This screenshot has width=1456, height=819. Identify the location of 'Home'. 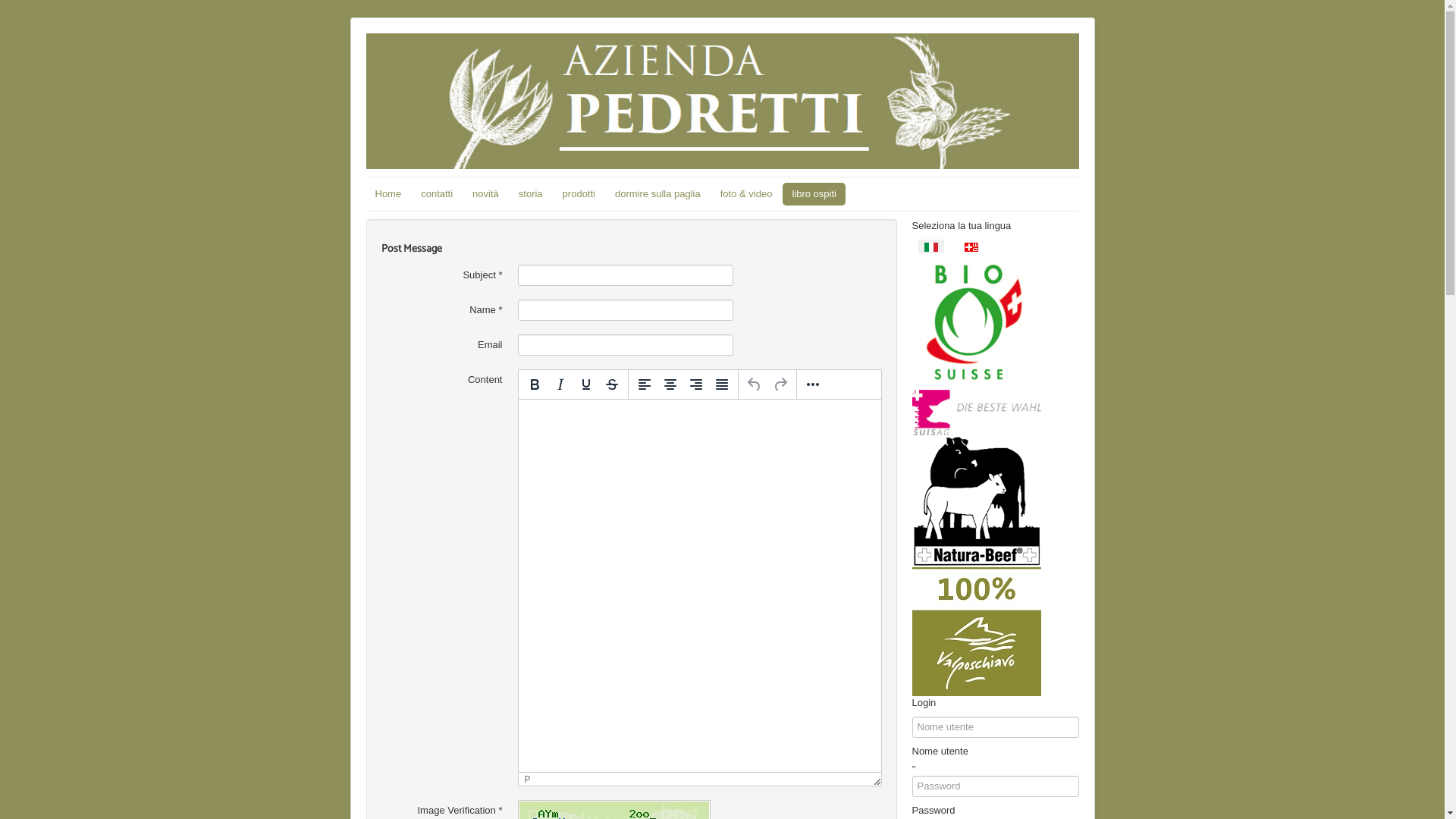
(388, 193).